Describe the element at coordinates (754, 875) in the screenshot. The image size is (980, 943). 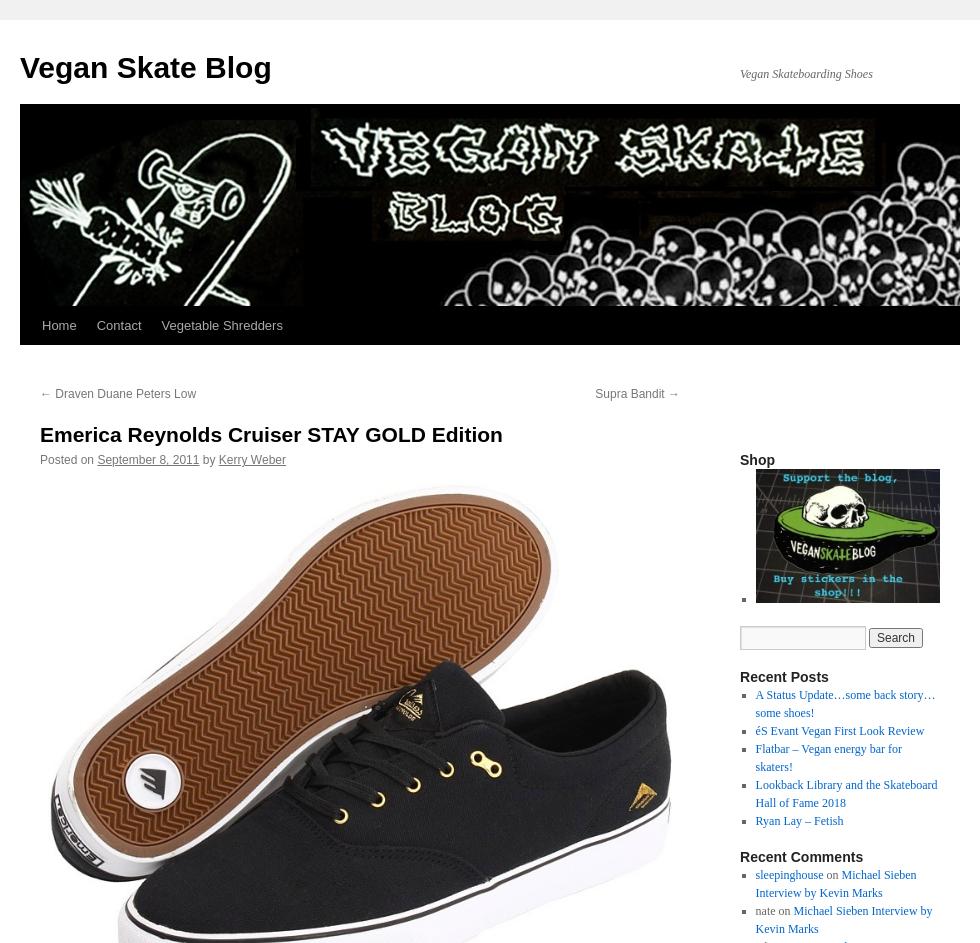
I see `'sleepinghouse'` at that location.